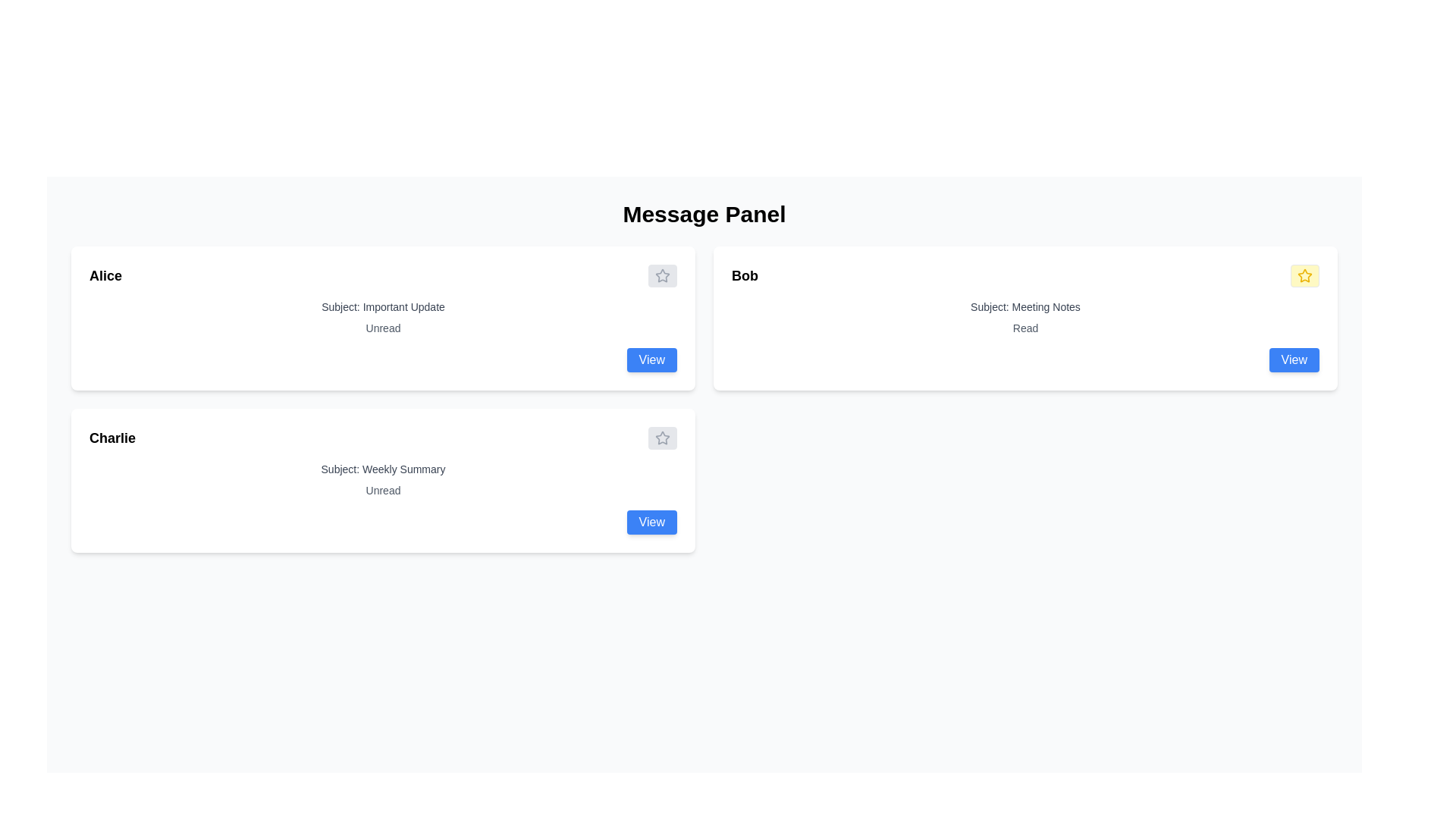 The height and width of the screenshot is (819, 1456). I want to click on the text label that contains the word 'Unread', which is gray and positioned below the subject line 'Subject: Weekly Summary' and above the action button 'View', so click(383, 491).